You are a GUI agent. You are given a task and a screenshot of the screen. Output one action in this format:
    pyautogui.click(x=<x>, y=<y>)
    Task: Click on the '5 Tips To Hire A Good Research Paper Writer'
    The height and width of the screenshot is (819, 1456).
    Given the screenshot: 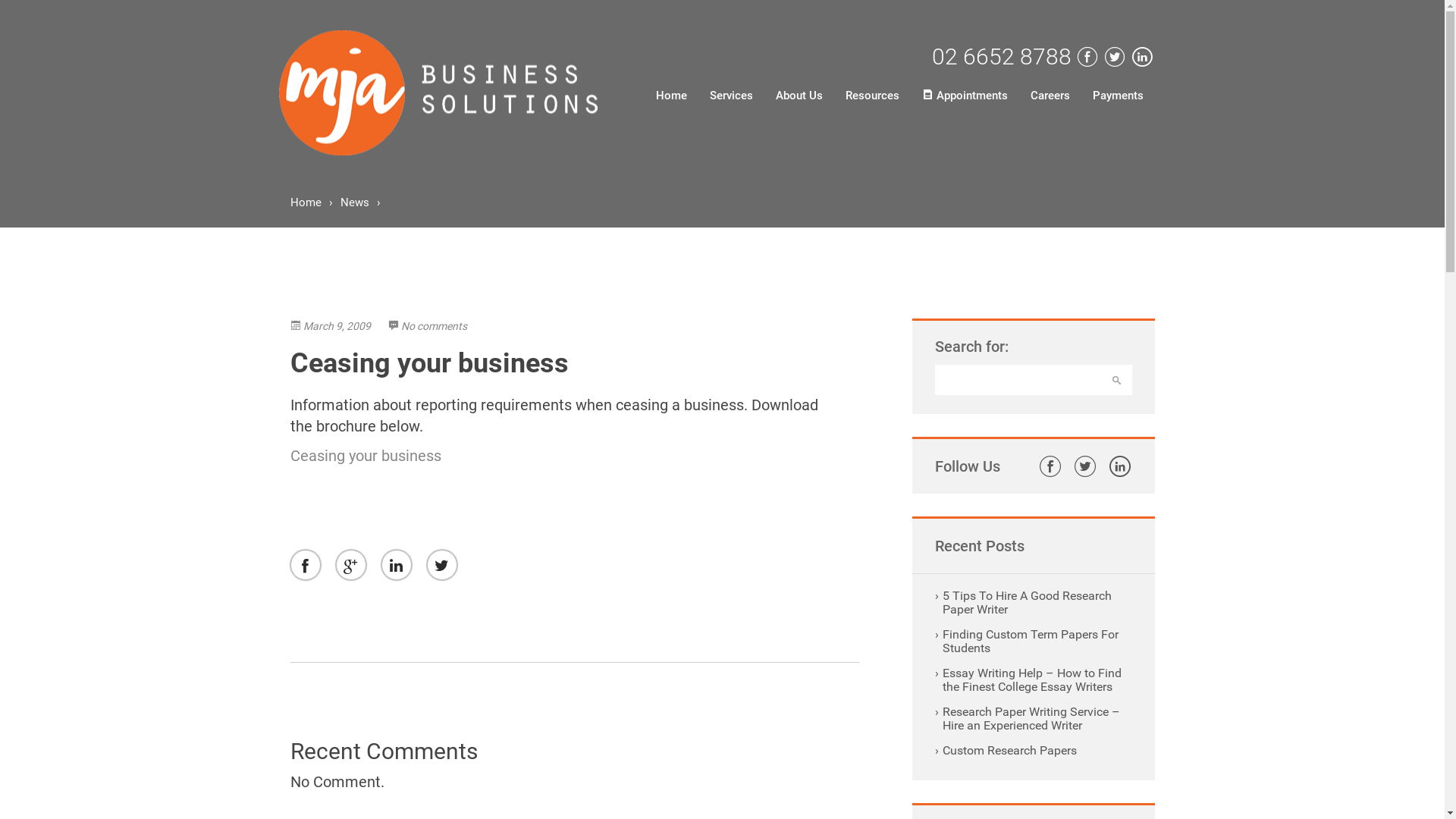 What is the action you would take?
    pyautogui.click(x=1026, y=601)
    